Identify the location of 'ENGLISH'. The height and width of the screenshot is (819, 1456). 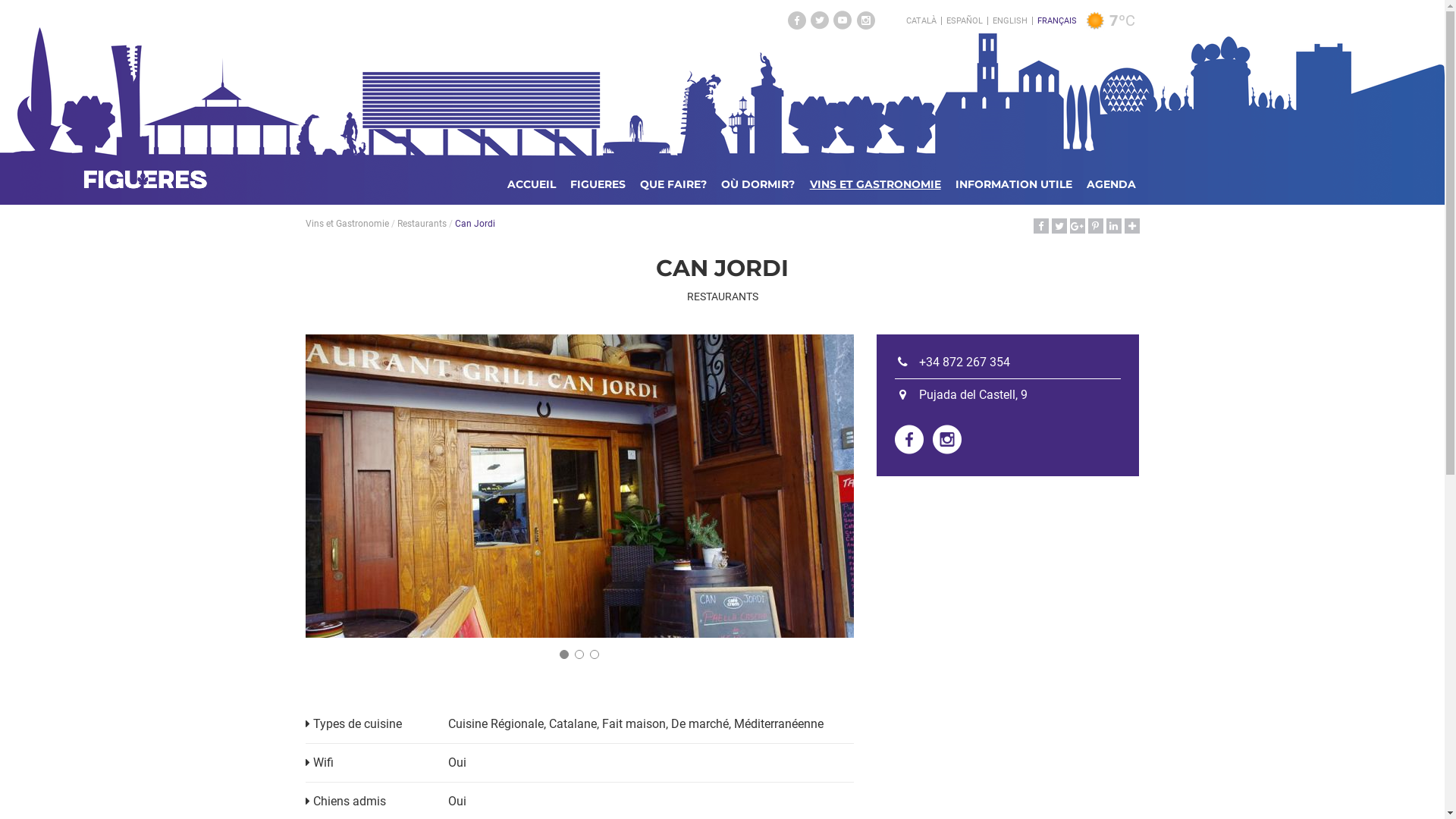
(1009, 20).